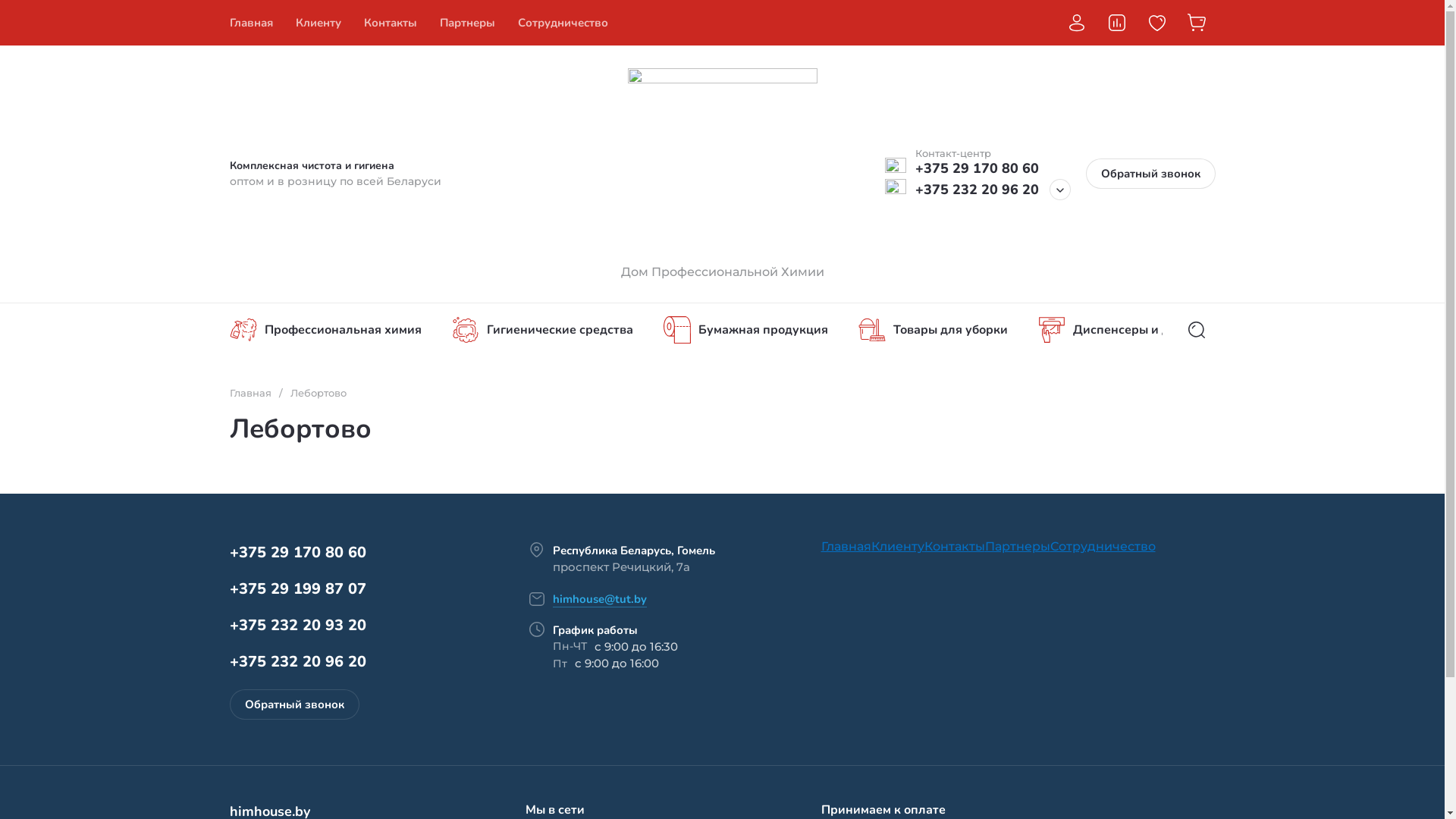 This screenshot has height=819, width=1456. I want to click on '+375 29 170 80 60', so click(297, 552).